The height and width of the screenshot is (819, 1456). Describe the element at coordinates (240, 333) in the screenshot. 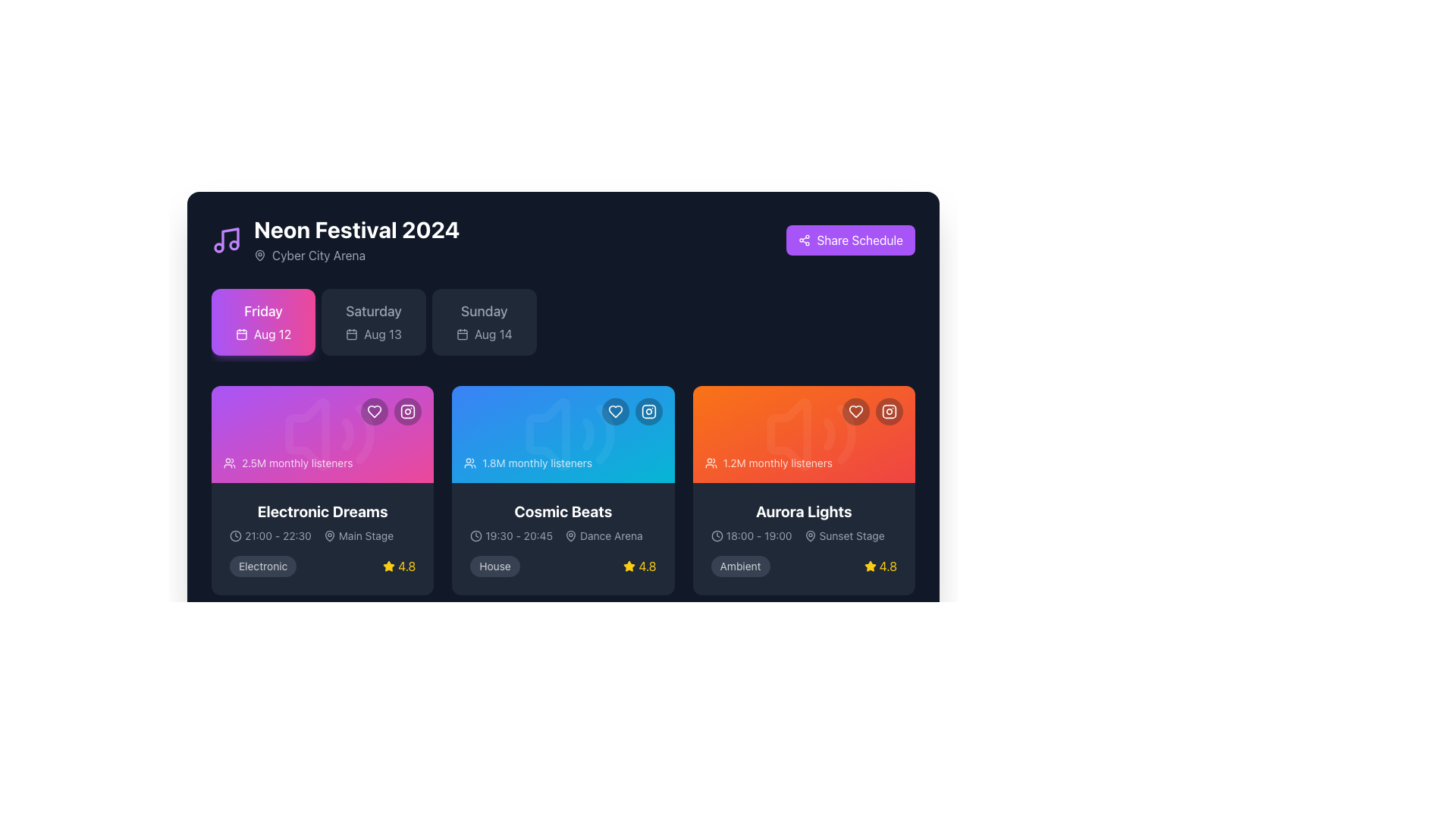

I see `the calendar icon located` at that location.